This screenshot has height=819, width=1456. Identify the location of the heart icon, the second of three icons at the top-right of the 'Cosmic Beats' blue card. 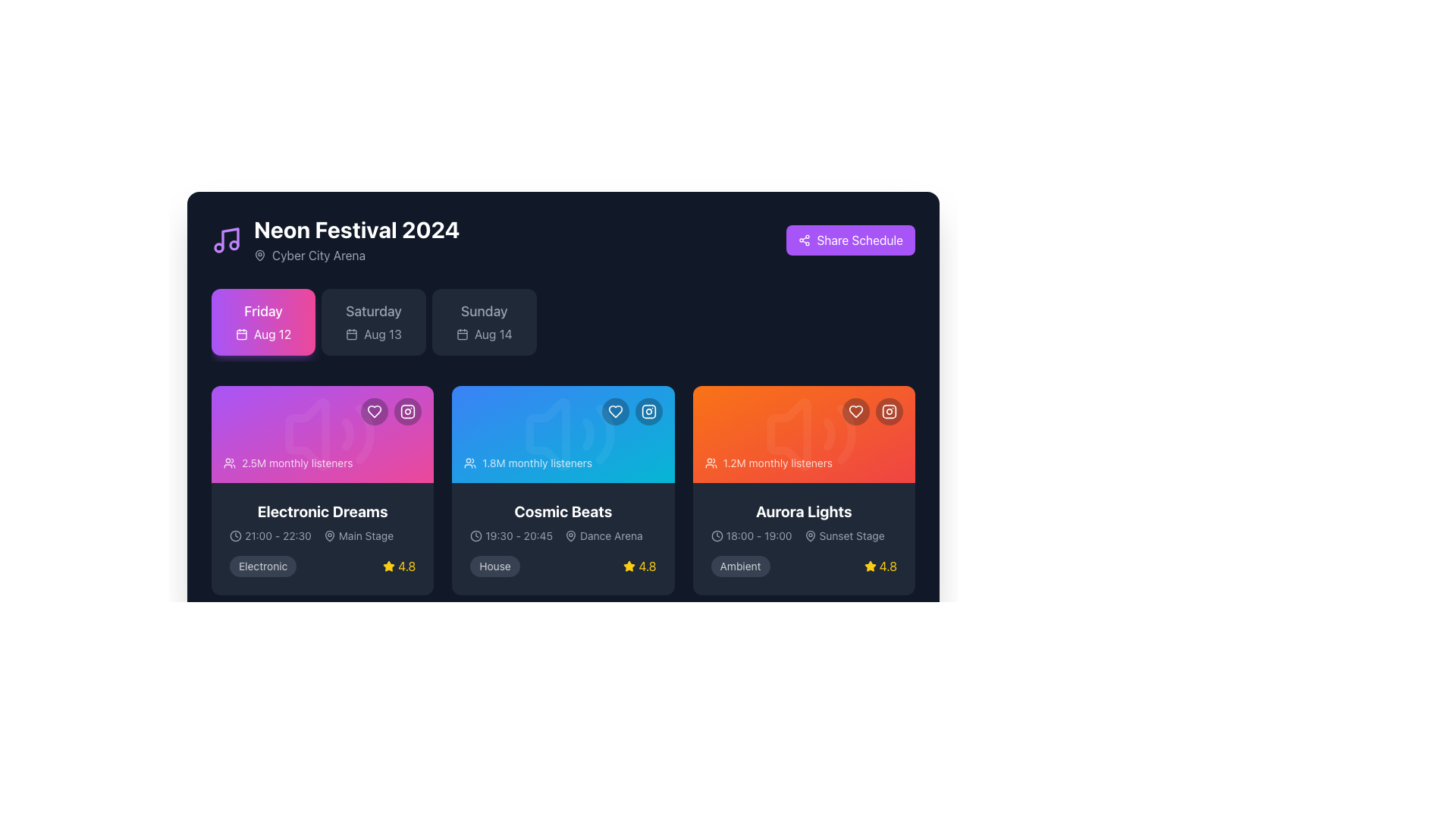
(615, 412).